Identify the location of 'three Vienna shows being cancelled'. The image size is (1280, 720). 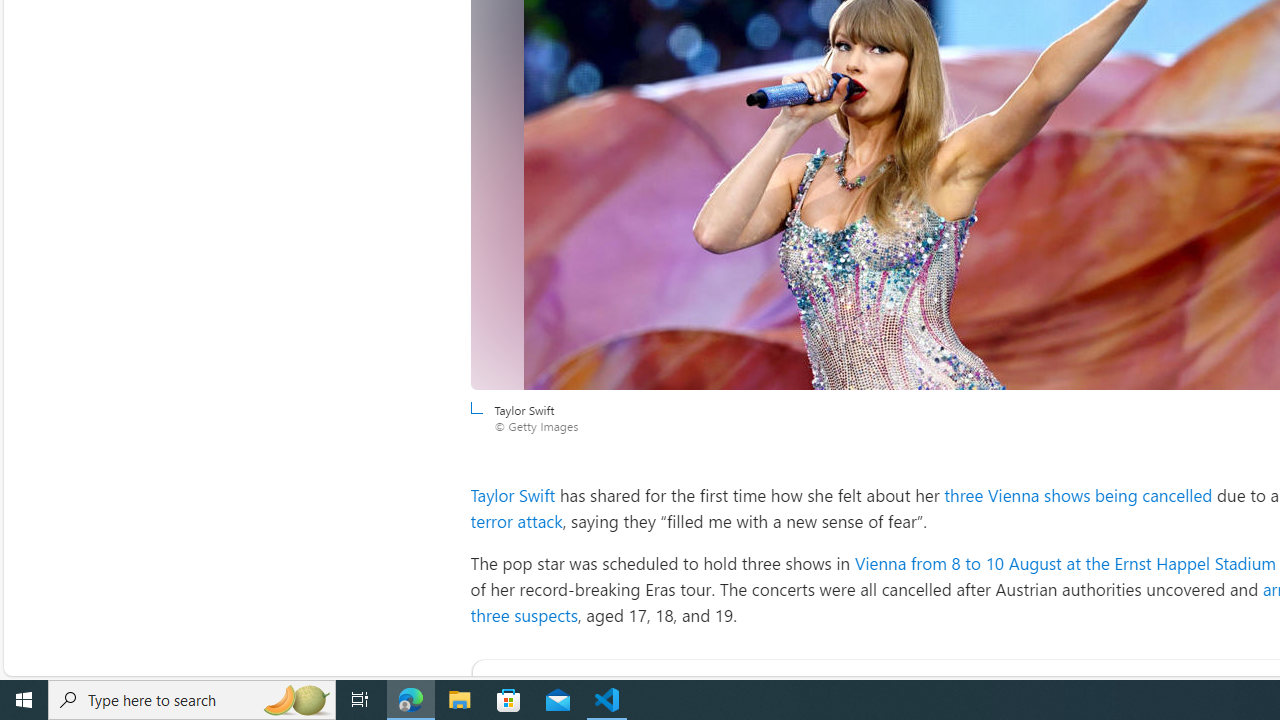
(1078, 495).